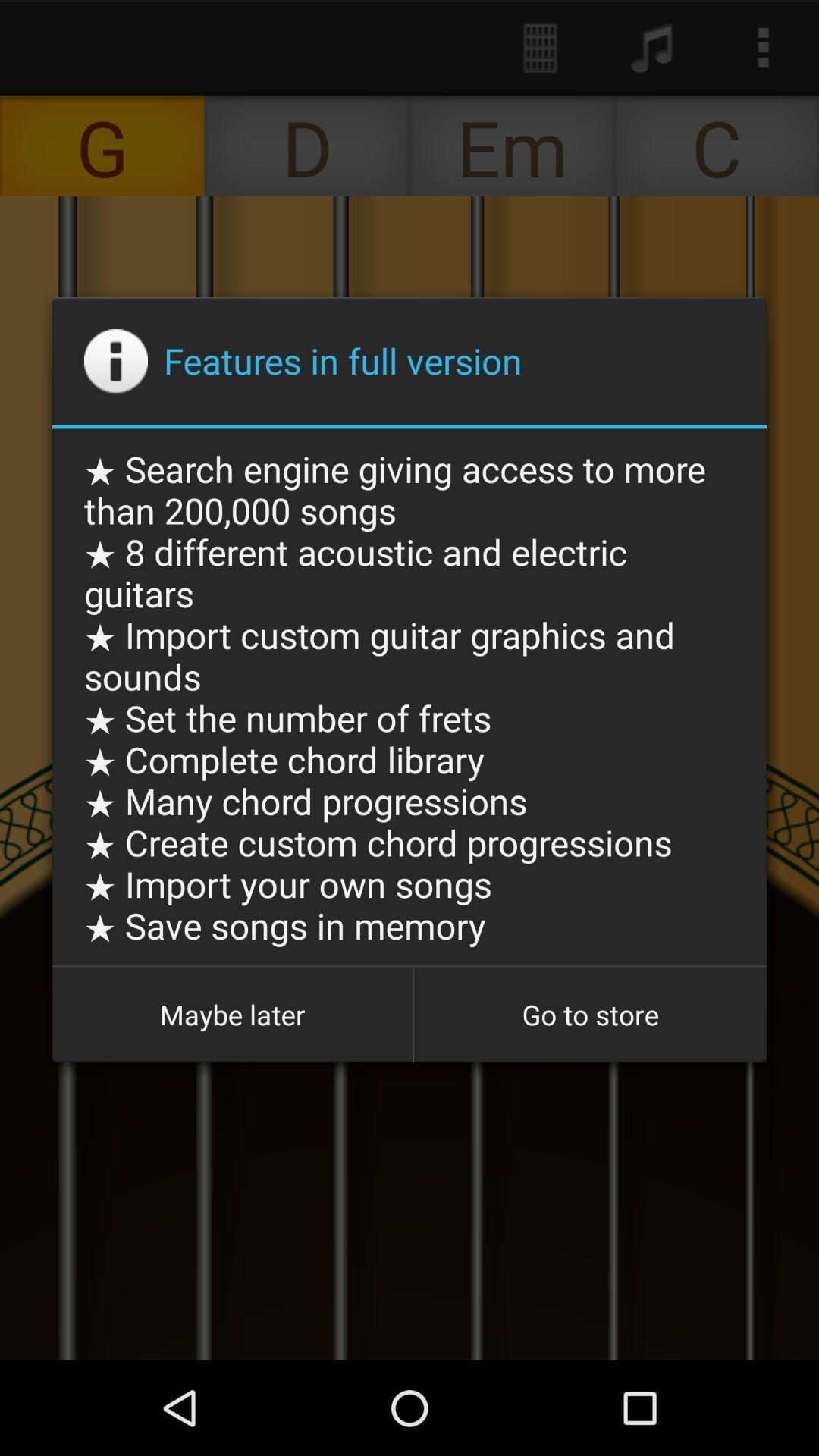 This screenshot has width=819, height=1456. Describe the element at coordinates (232, 1015) in the screenshot. I see `the button next to go to store` at that location.